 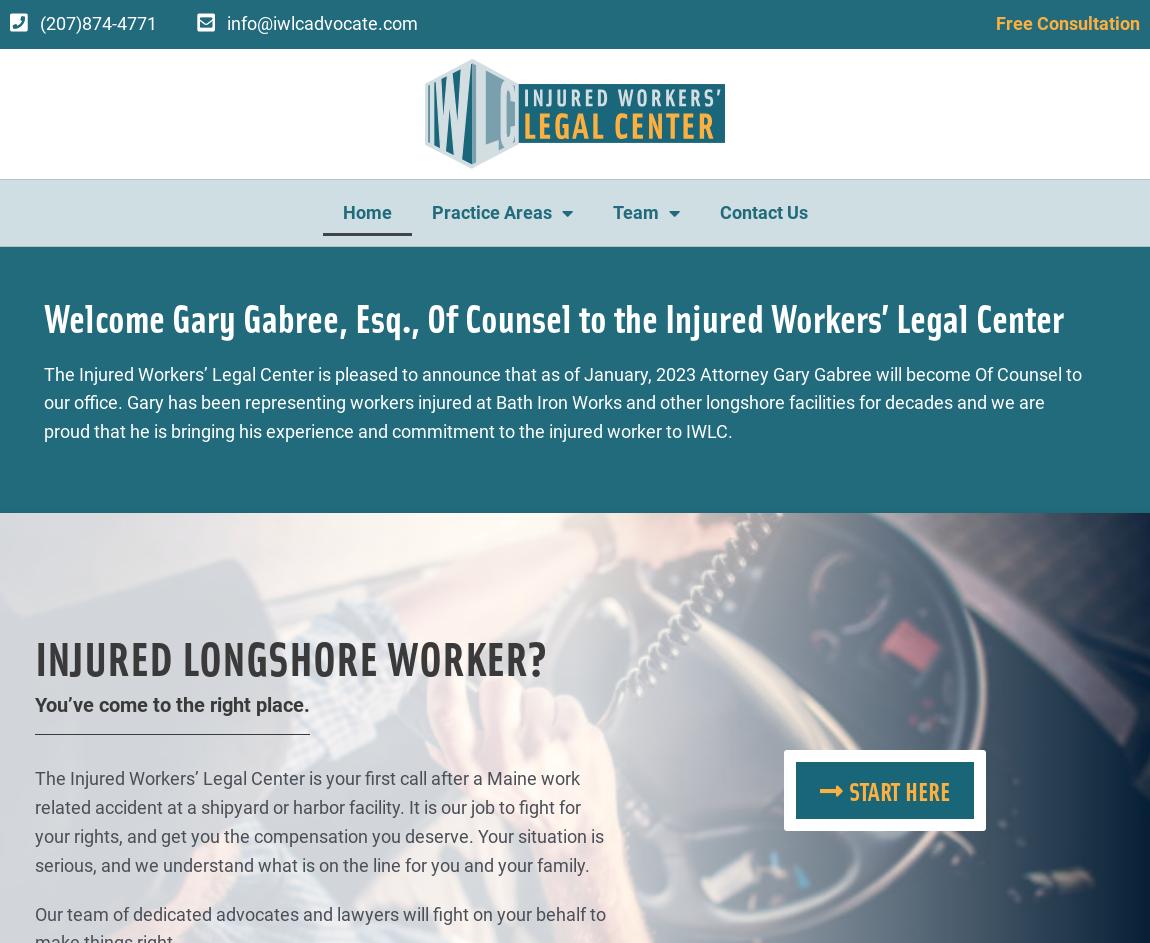 What do you see at coordinates (762, 211) in the screenshot?
I see `'Contact Us'` at bounding box center [762, 211].